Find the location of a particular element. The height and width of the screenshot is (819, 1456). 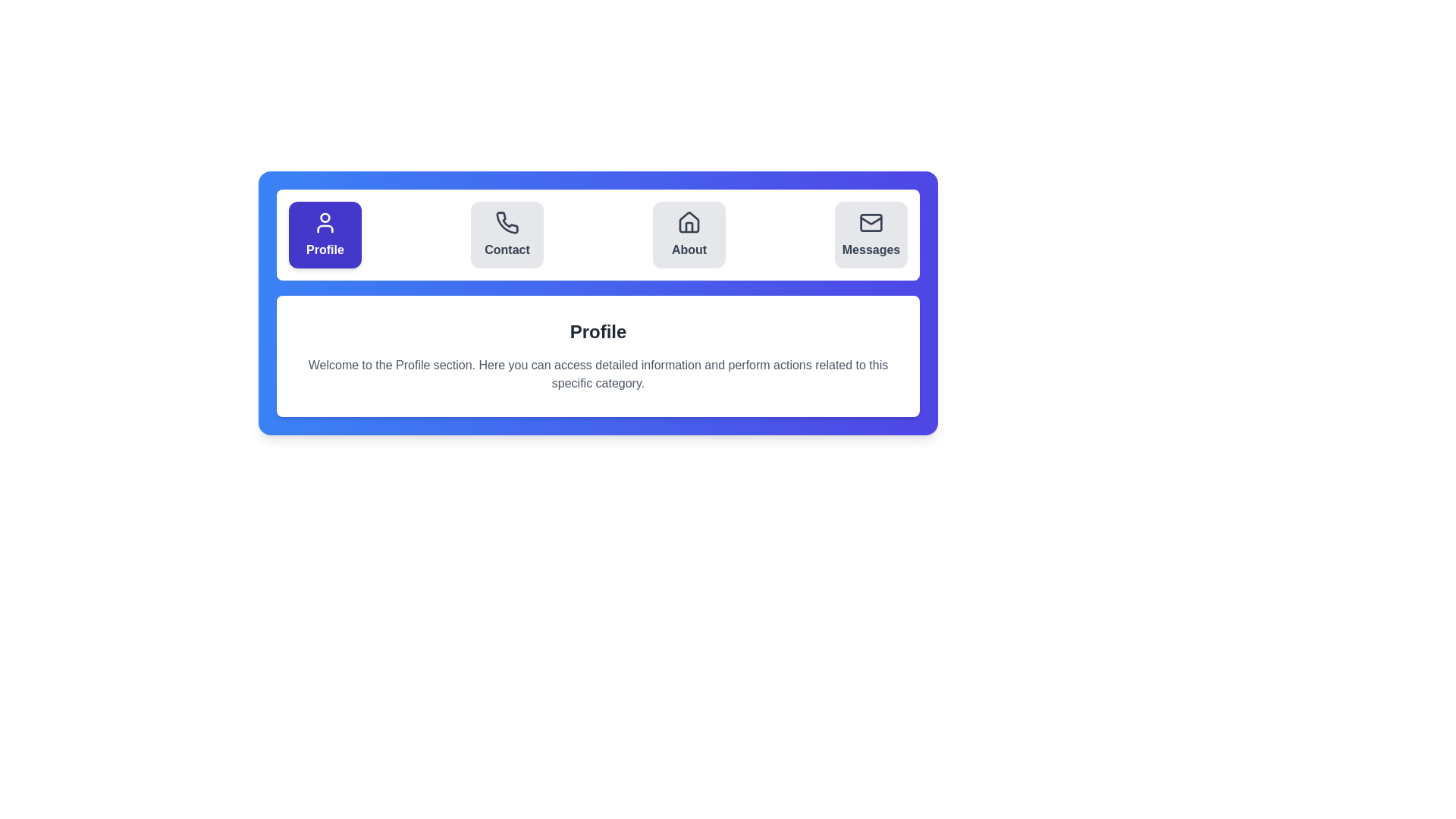

the tab labeled 'Contact' to observe its hover effect is located at coordinates (507, 234).